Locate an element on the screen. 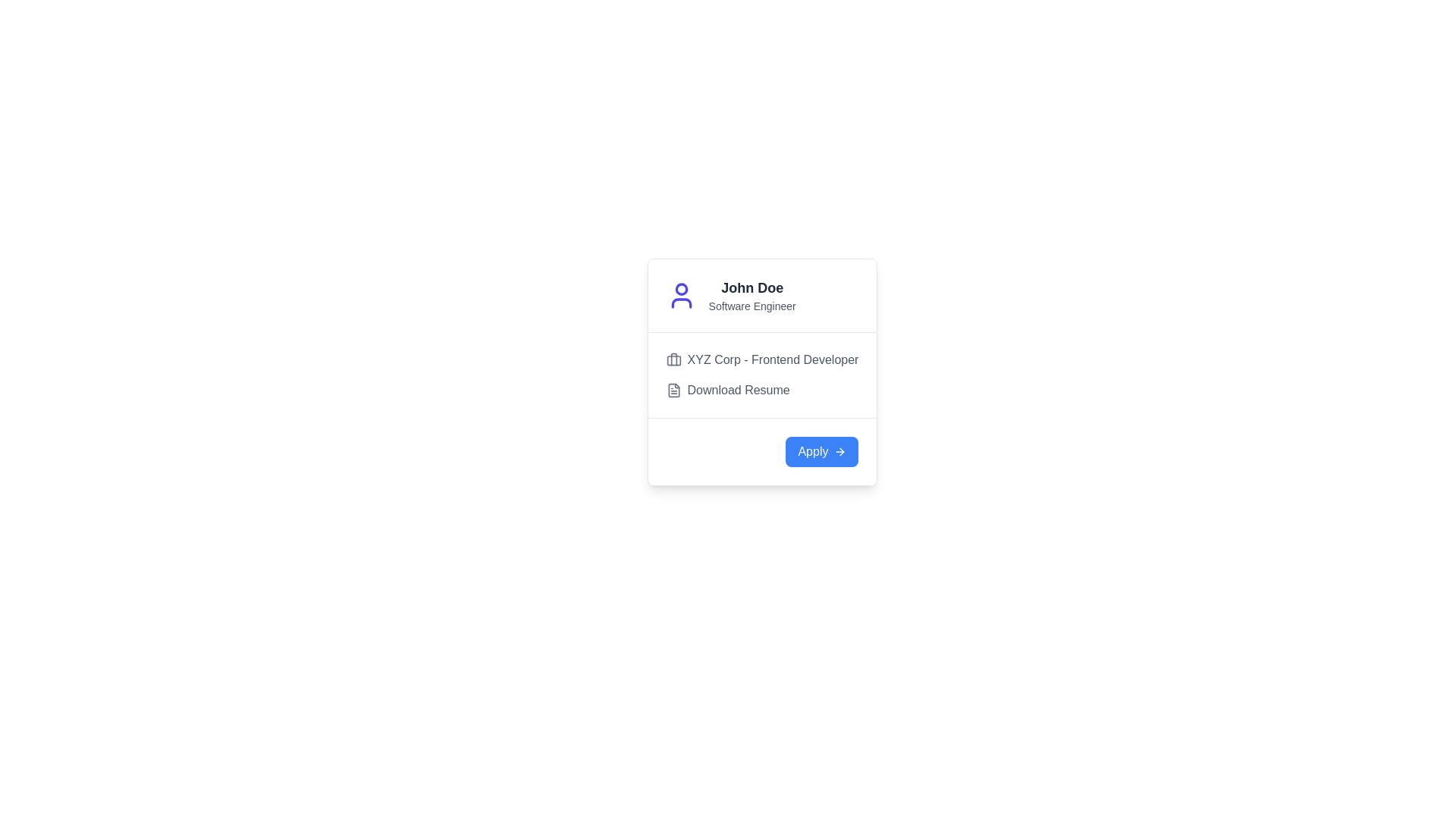 The width and height of the screenshot is (1456, 819). briefcase icon element located next to the text 'XYZ Corp - Frontend Developer' in the second row of the card within the UI is located at coordinates (673, 359).